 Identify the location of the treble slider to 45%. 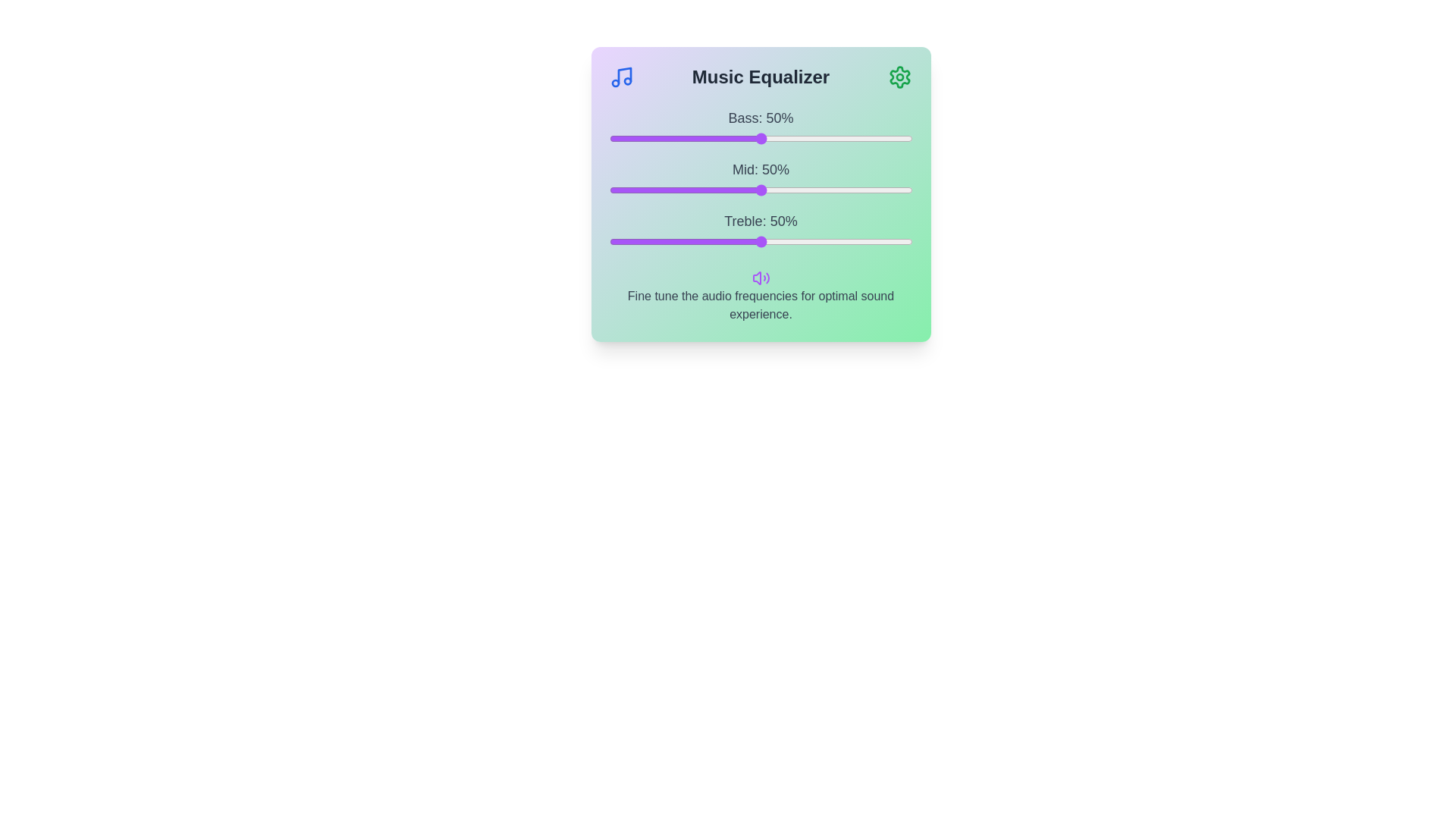
(745, 241).